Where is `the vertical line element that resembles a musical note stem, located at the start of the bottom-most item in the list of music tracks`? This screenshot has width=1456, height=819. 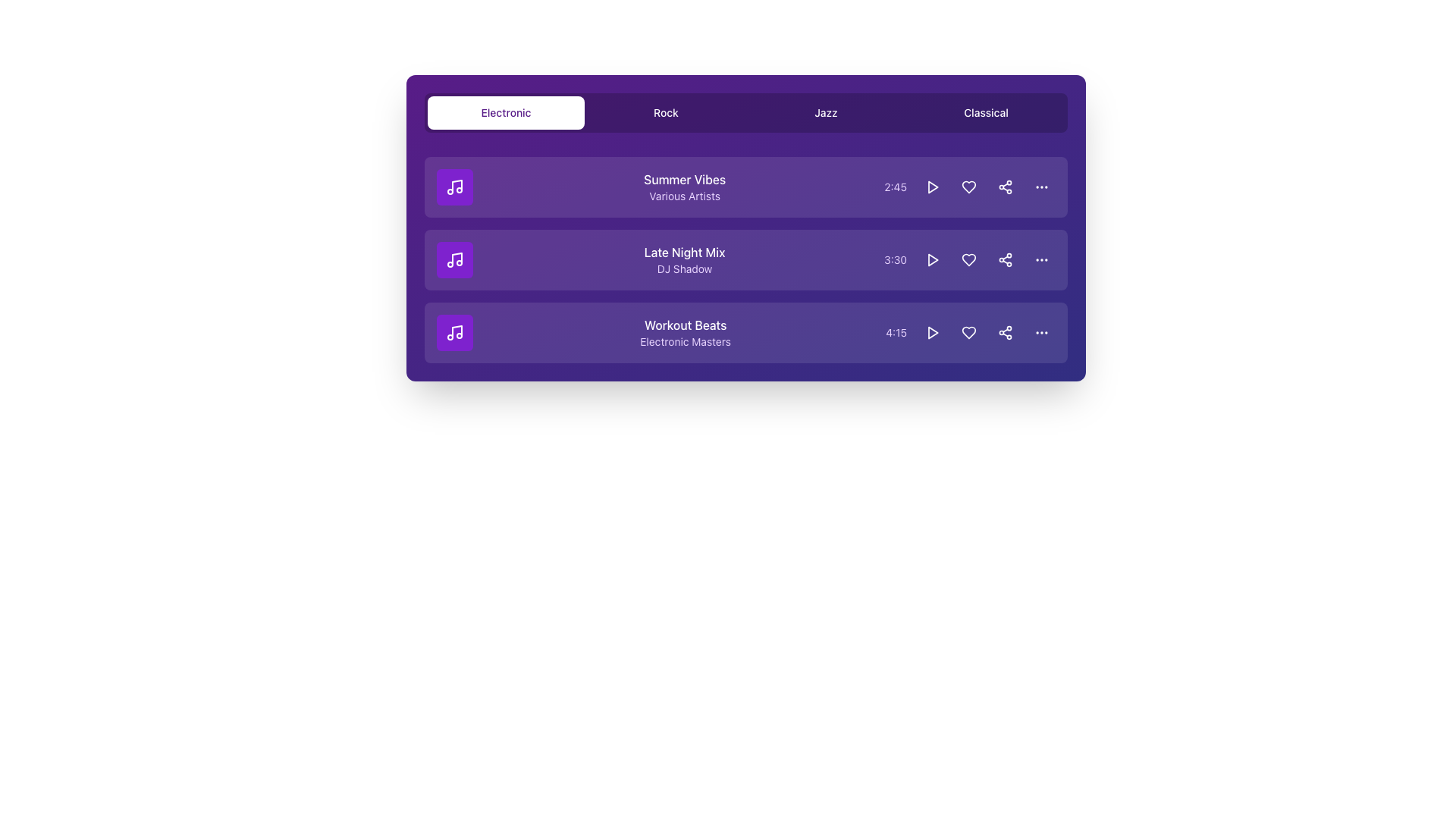 the vertical line element that resembles a musical note stem, located at the start of the bottom-most item in the list of music tracks is located at coordinates (457, 331).